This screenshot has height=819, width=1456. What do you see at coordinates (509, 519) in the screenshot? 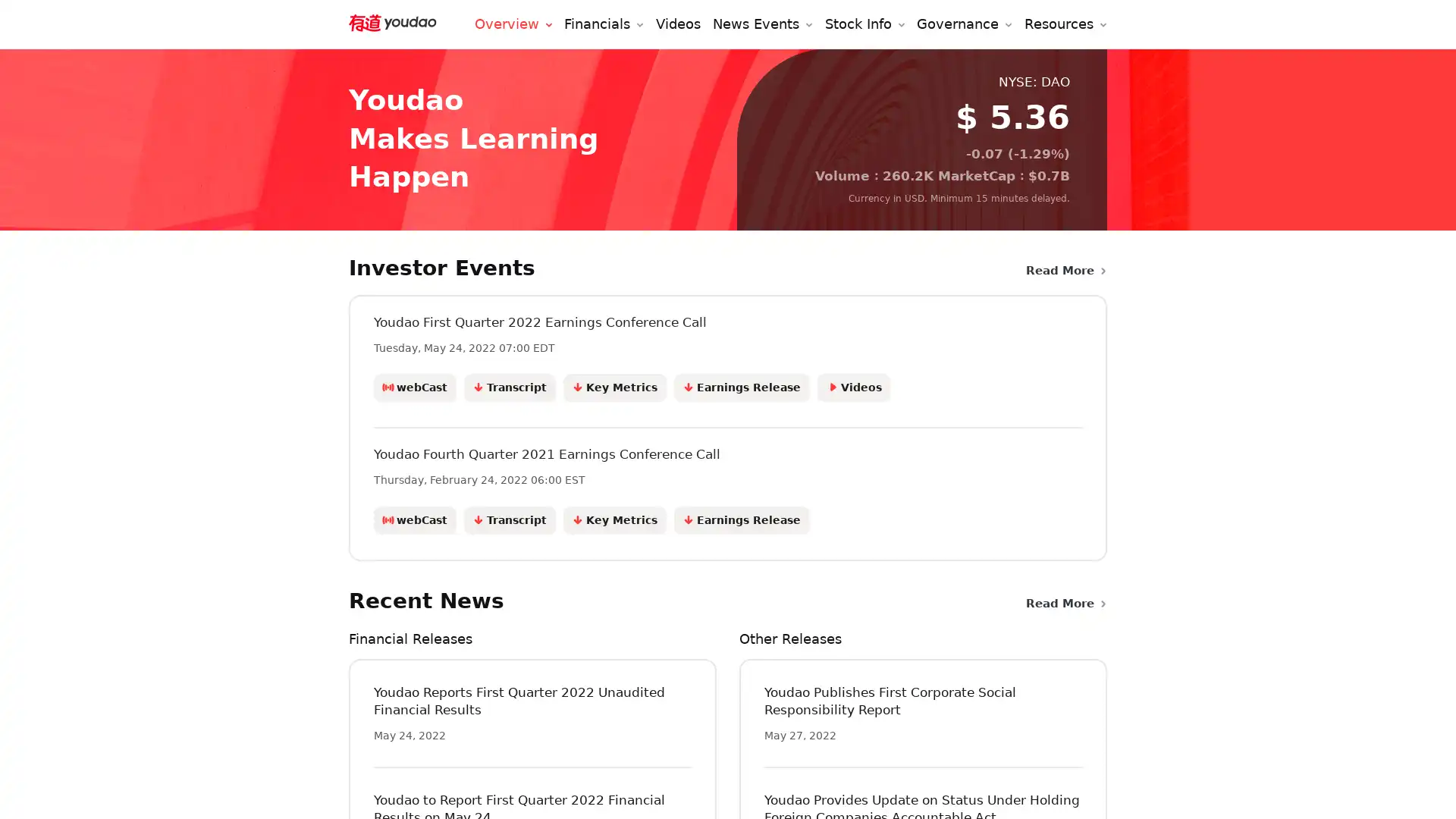
I see `Transcript` at bounding box center [509, 519].